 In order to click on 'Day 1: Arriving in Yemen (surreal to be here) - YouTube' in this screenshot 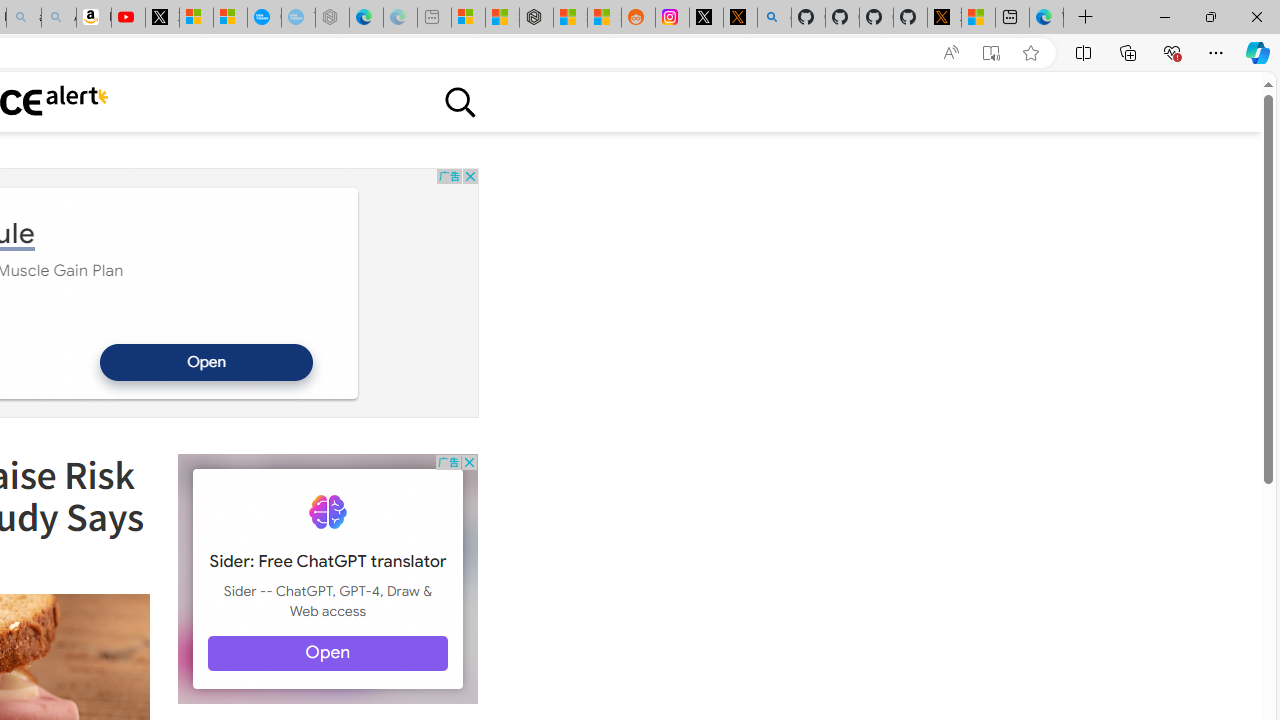, I will do `click(127, 17)`.